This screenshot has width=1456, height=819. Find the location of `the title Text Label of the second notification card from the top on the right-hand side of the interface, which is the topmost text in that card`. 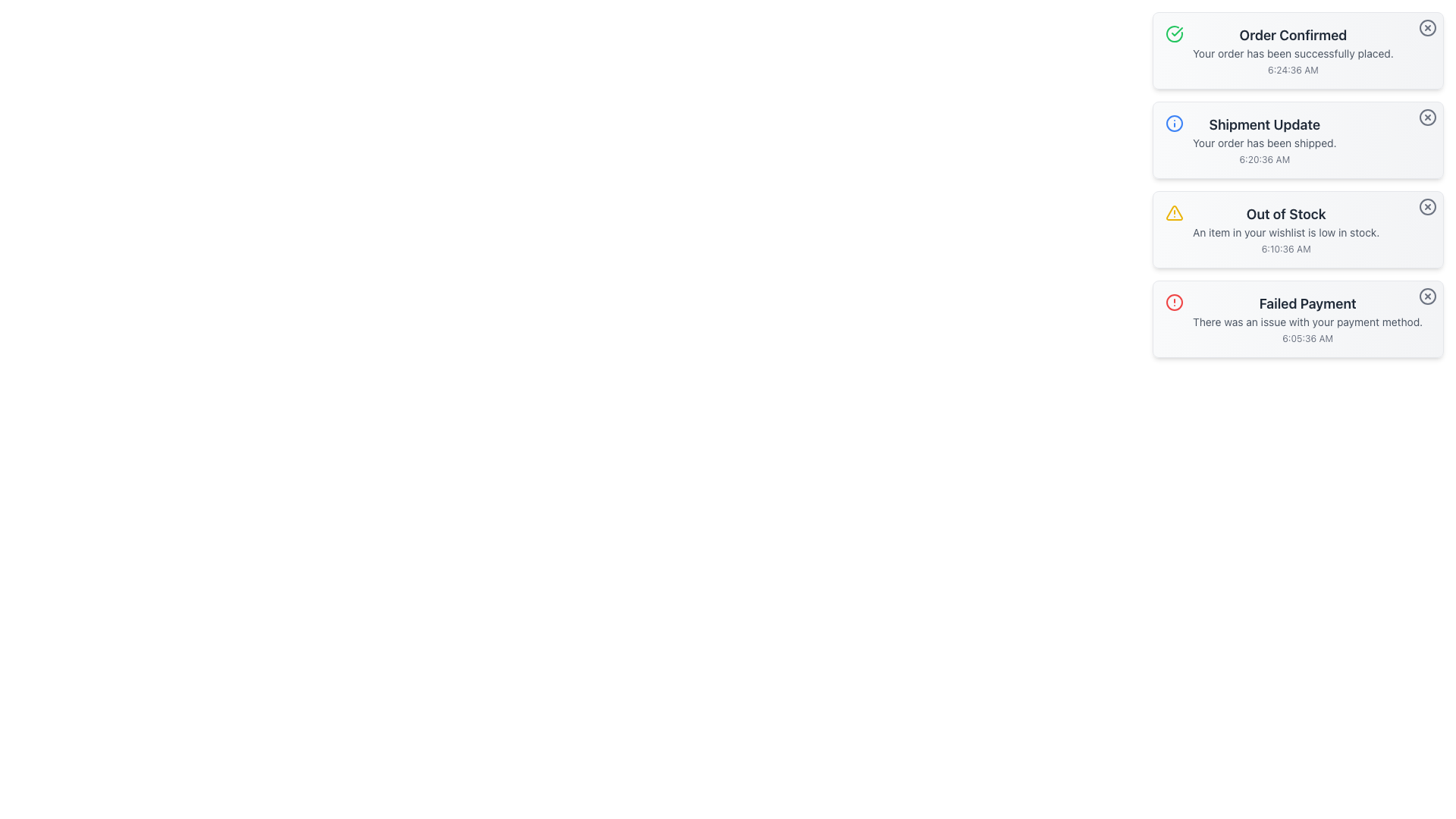

the title Text Label of the second notification card from the top on the right-hand side of the interface, which is the topmost text in that card is located at coordinates (1264, 124).